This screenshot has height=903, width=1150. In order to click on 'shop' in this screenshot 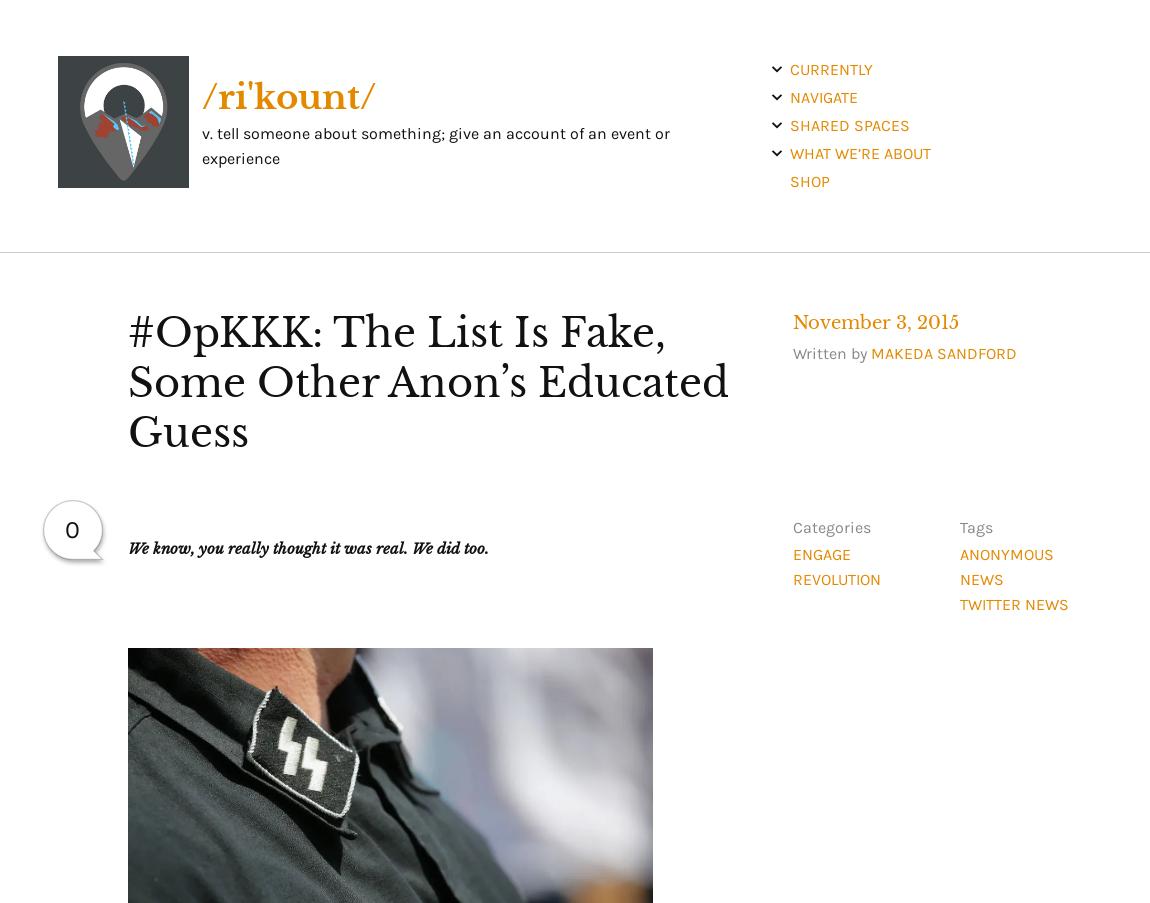, I will do `click(808, 180)`.